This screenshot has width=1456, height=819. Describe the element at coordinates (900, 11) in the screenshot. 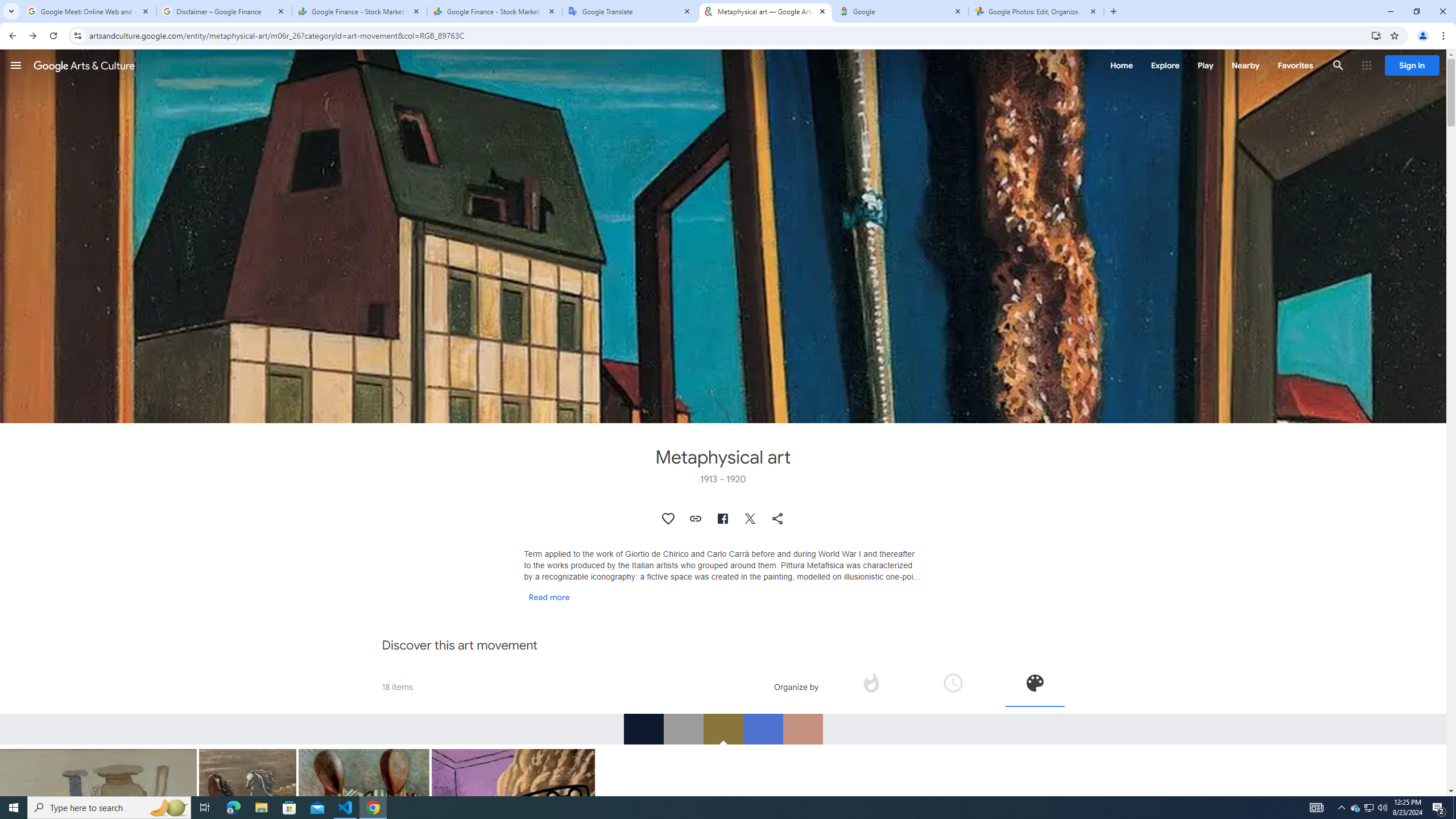

I see `'Google'` at that location.